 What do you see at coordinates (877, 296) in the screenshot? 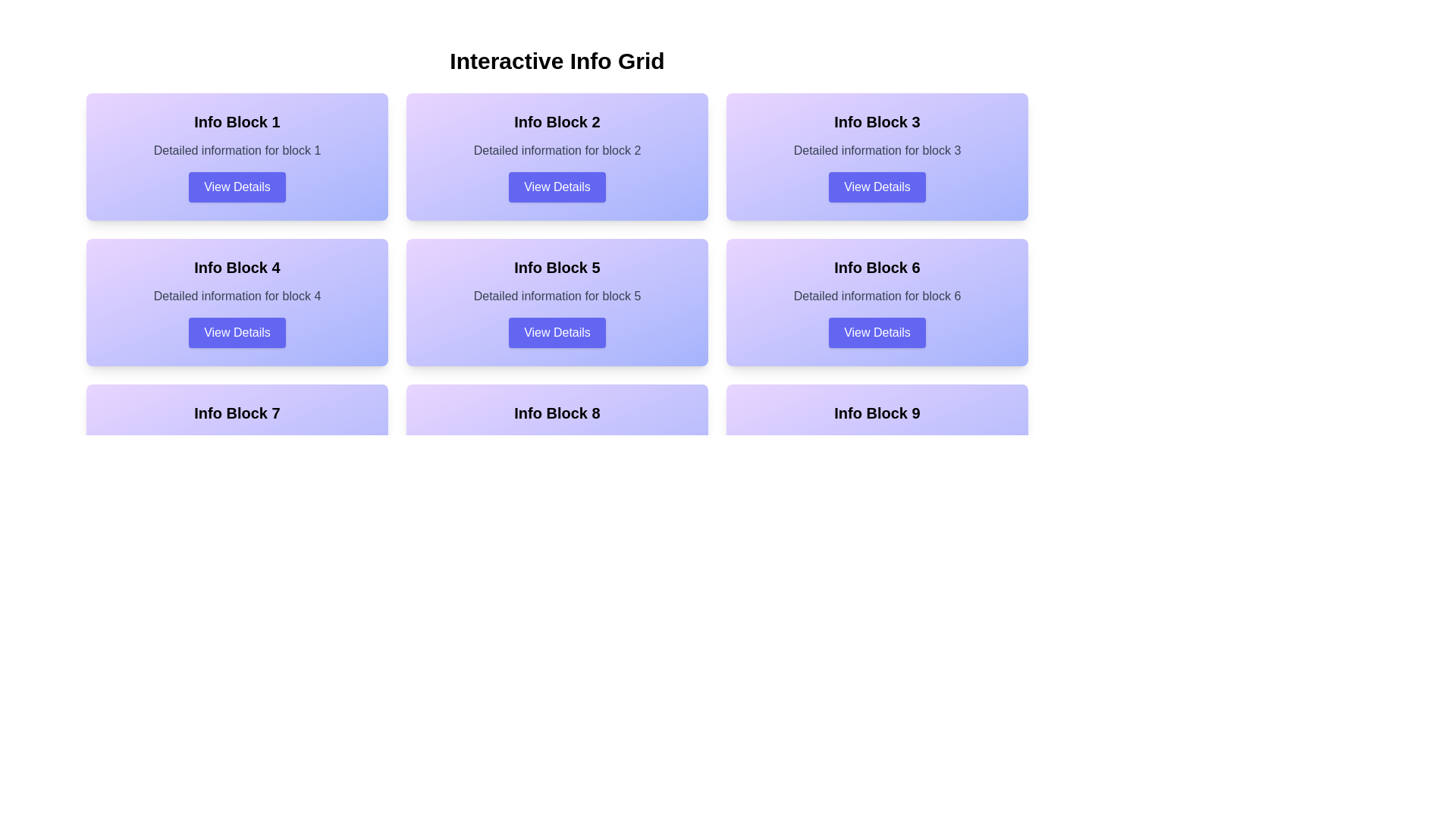
I see `the static text component that reads 'Detailed information for block 6', which is styled in gray font and located below the header 'Info Block 6'` at bounding box center [877, 296].